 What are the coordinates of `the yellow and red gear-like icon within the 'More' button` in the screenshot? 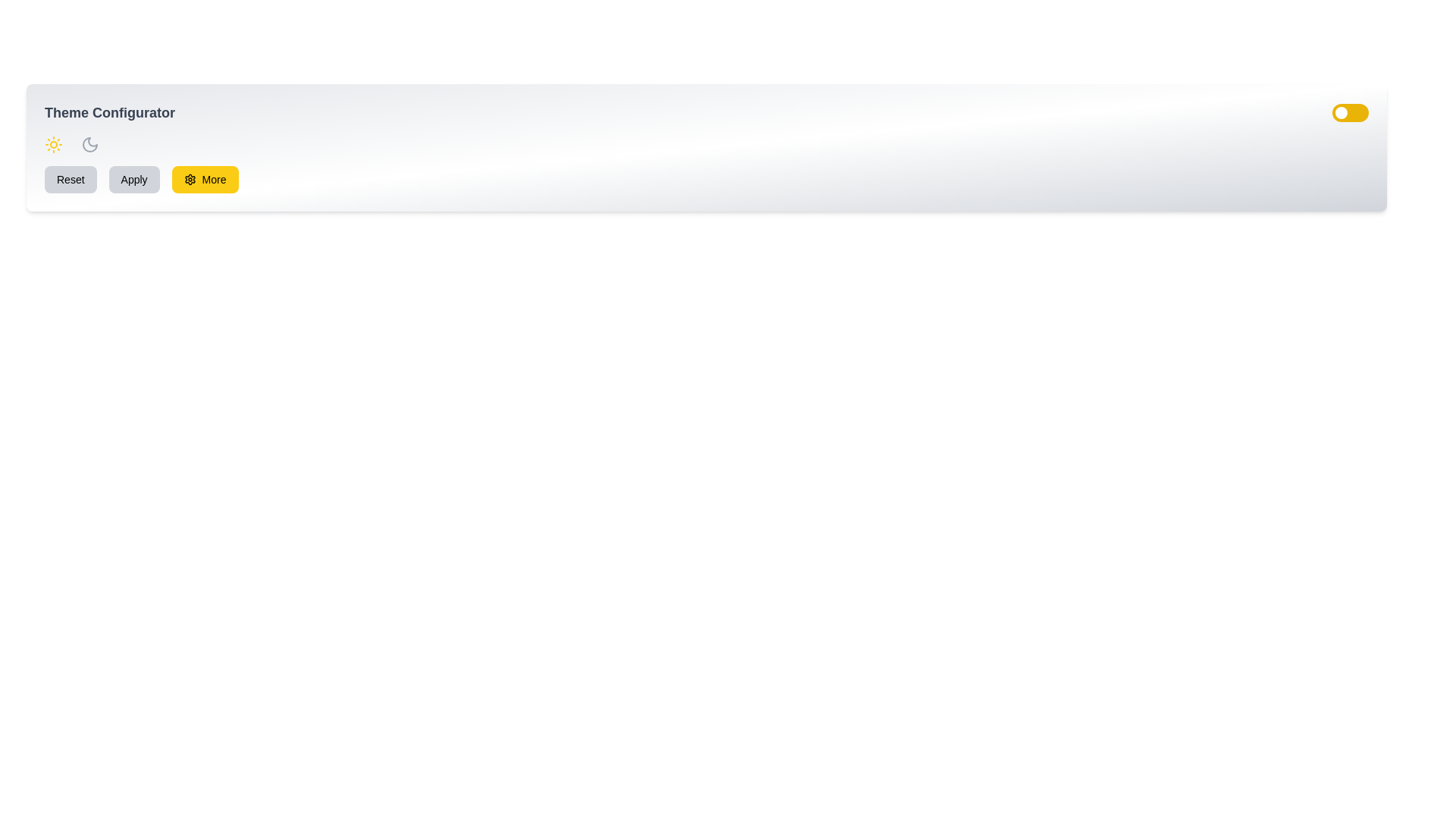 It's located at (189, 178).